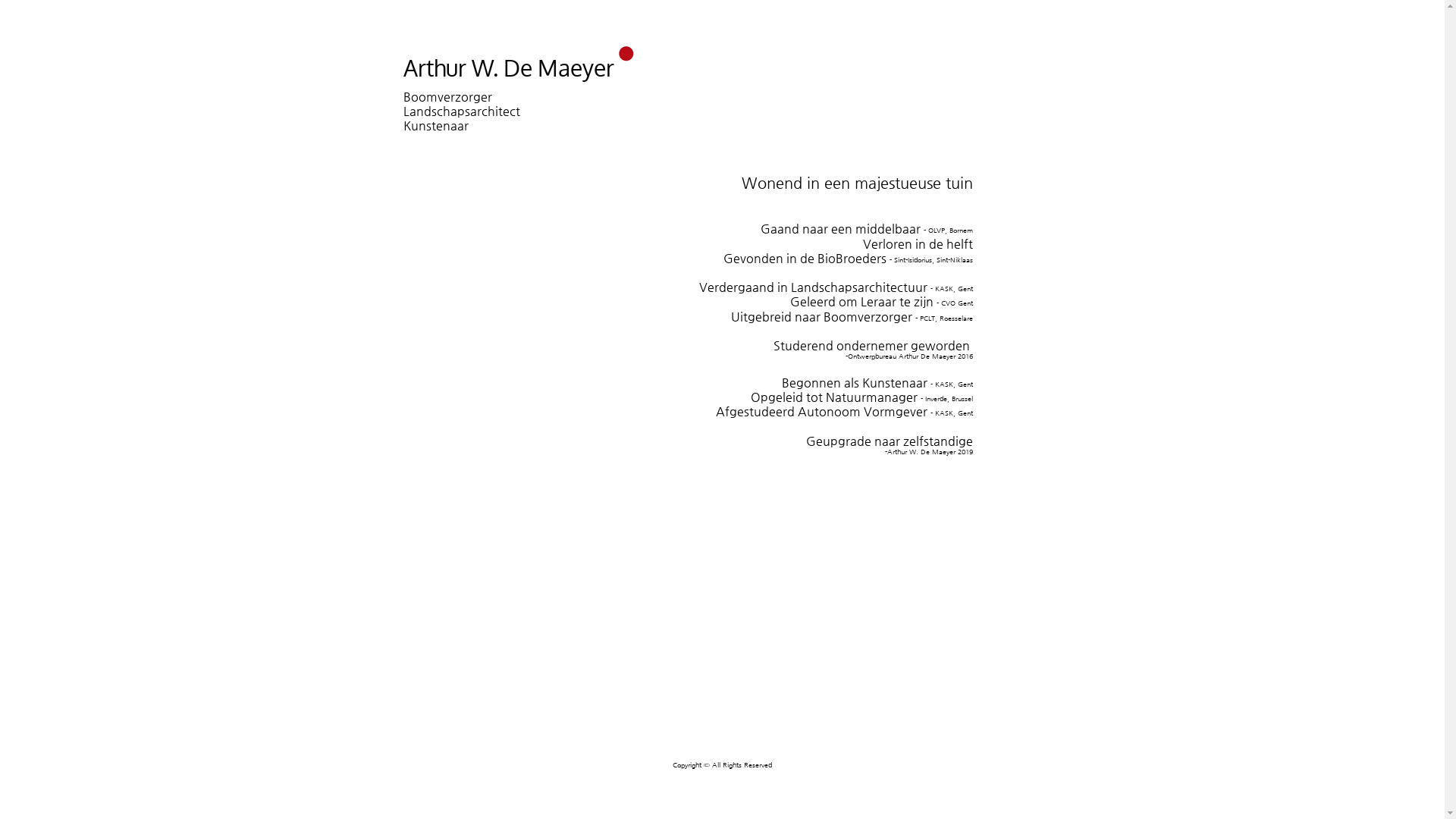  What do you see at coordinates (509, 66) in the screenshot?
I see `'Arthur W. De Maeyer'` at bounding box center [509, 66].